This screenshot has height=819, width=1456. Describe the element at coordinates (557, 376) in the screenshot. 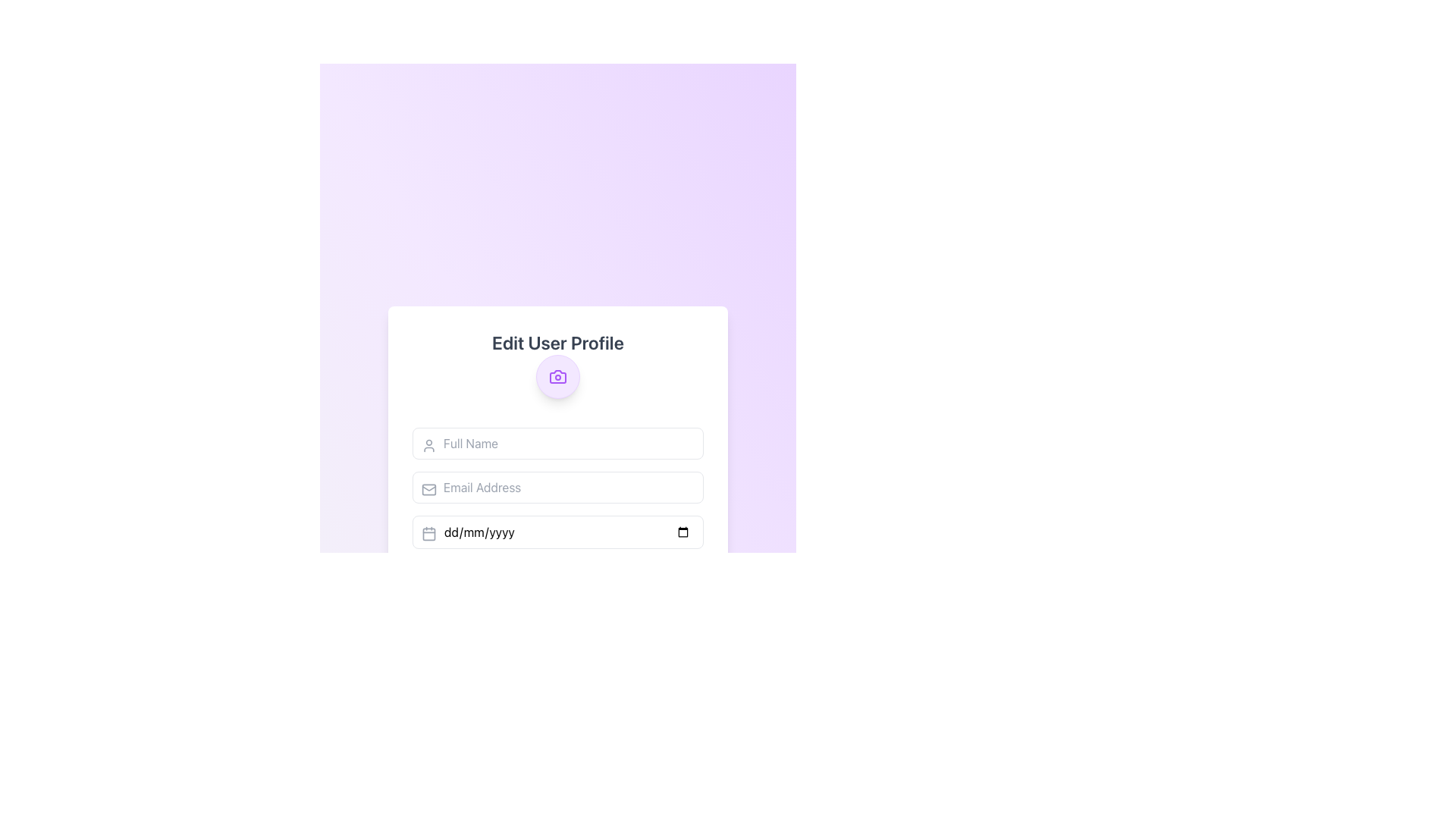

I see `the circular camera icon button with a light purple background` at that location.